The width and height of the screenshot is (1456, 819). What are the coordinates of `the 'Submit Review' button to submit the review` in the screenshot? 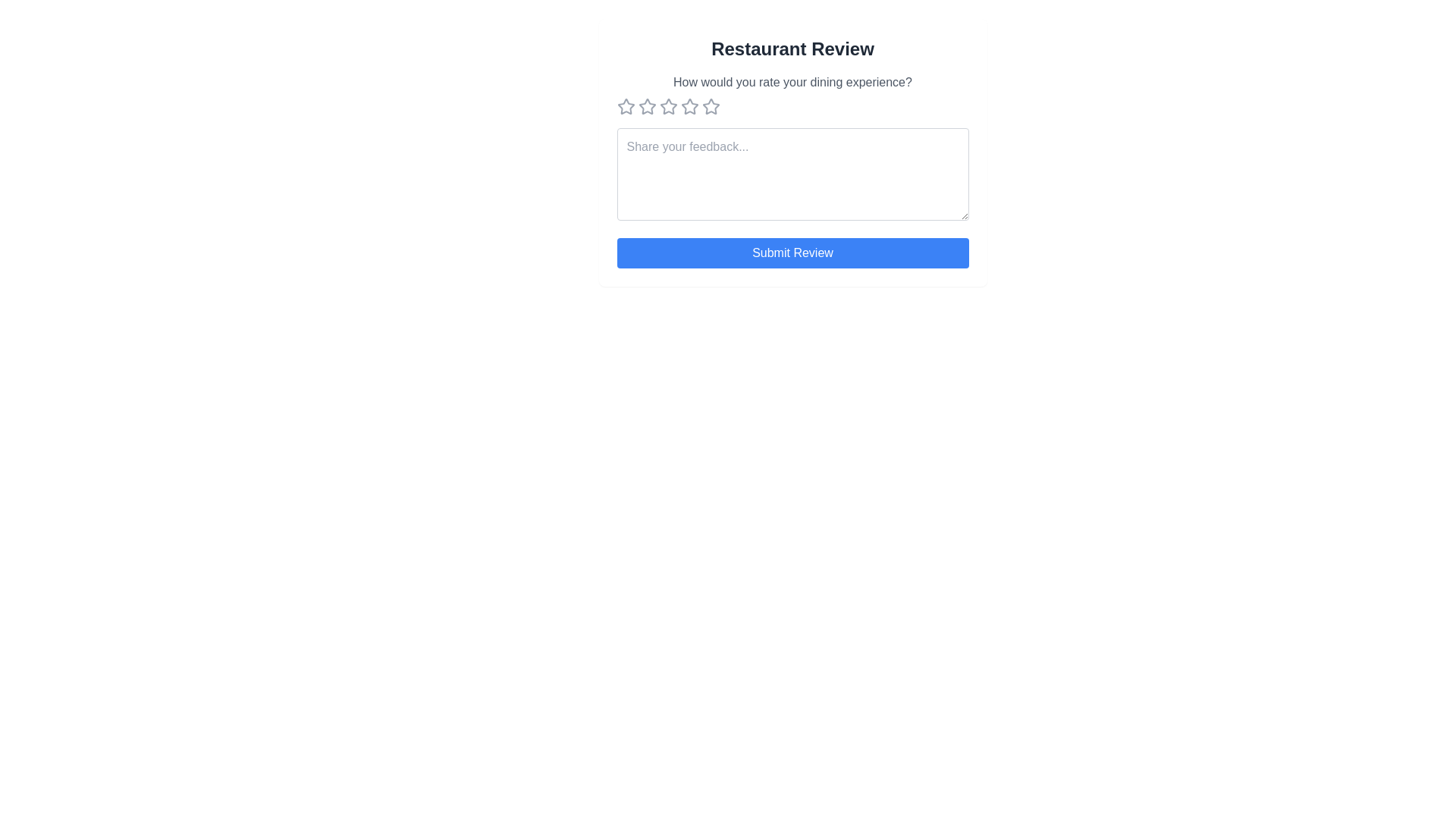 It's located at (792, 253).